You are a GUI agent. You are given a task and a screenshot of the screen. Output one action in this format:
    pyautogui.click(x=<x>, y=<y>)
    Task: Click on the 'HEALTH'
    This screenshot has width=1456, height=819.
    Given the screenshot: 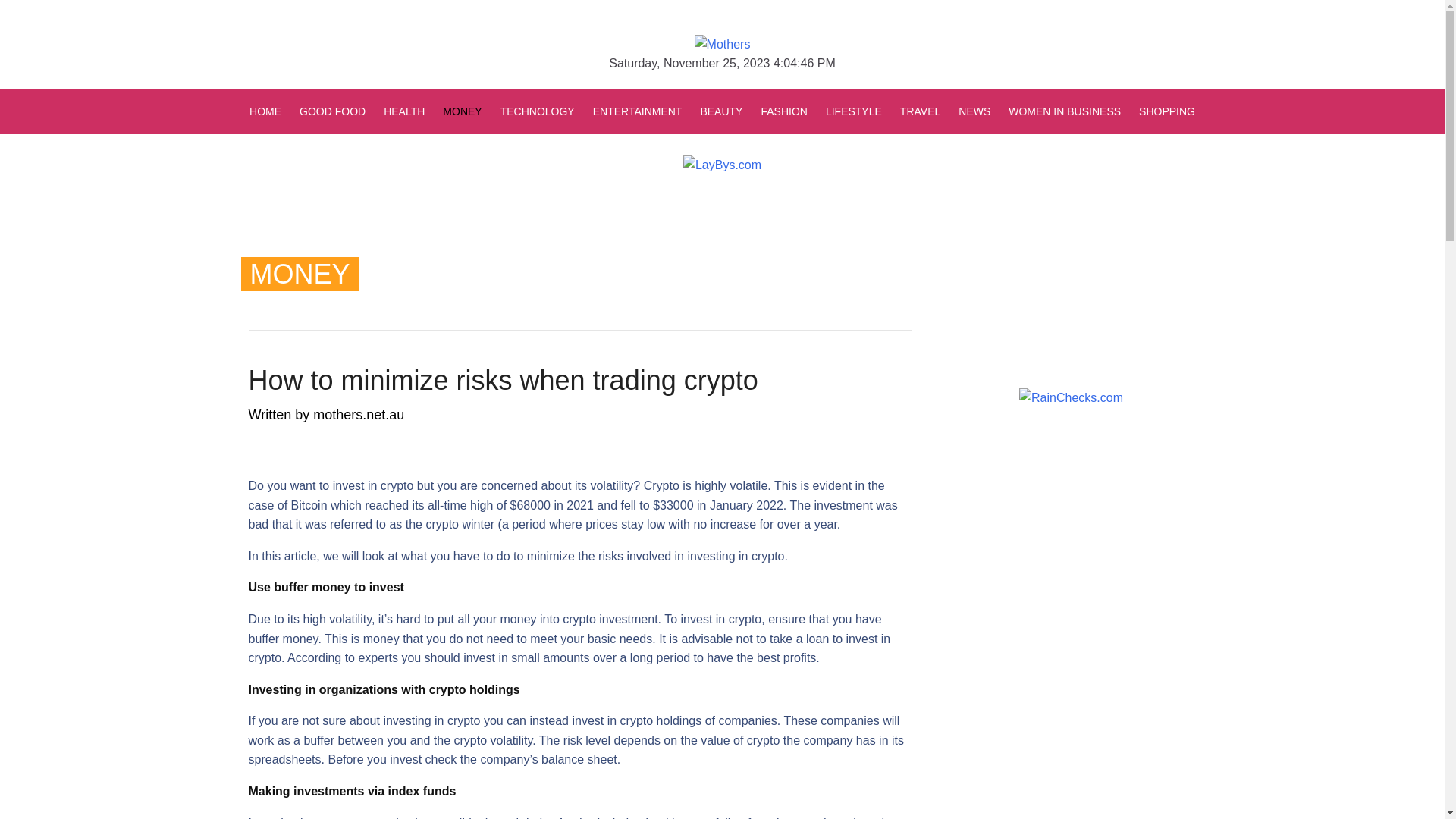 What is the action you would take?
    pyautogui.click(x=403, y=110)
    